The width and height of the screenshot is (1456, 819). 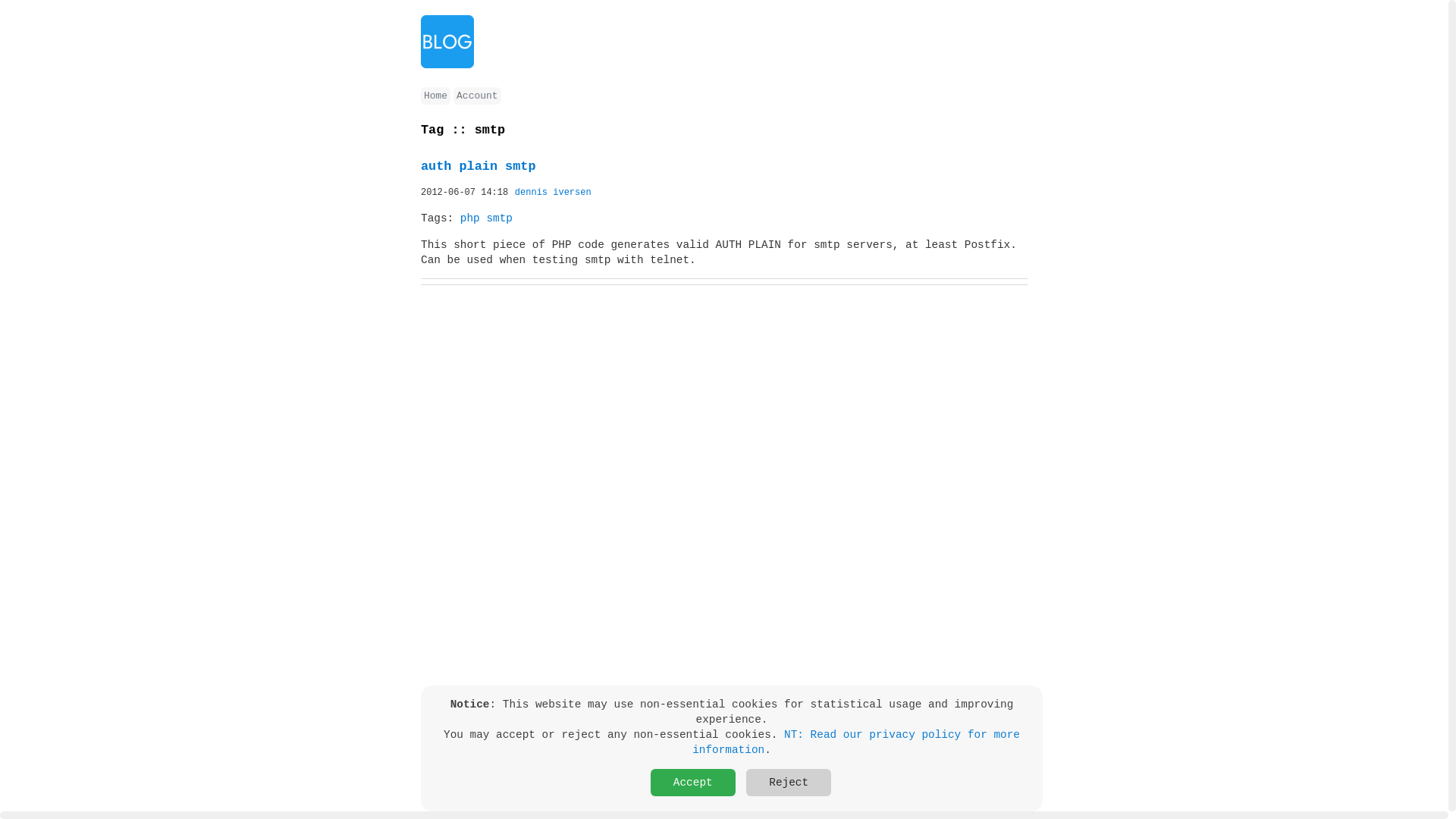 I want to click on 'Account', so click(x=475, y=96).